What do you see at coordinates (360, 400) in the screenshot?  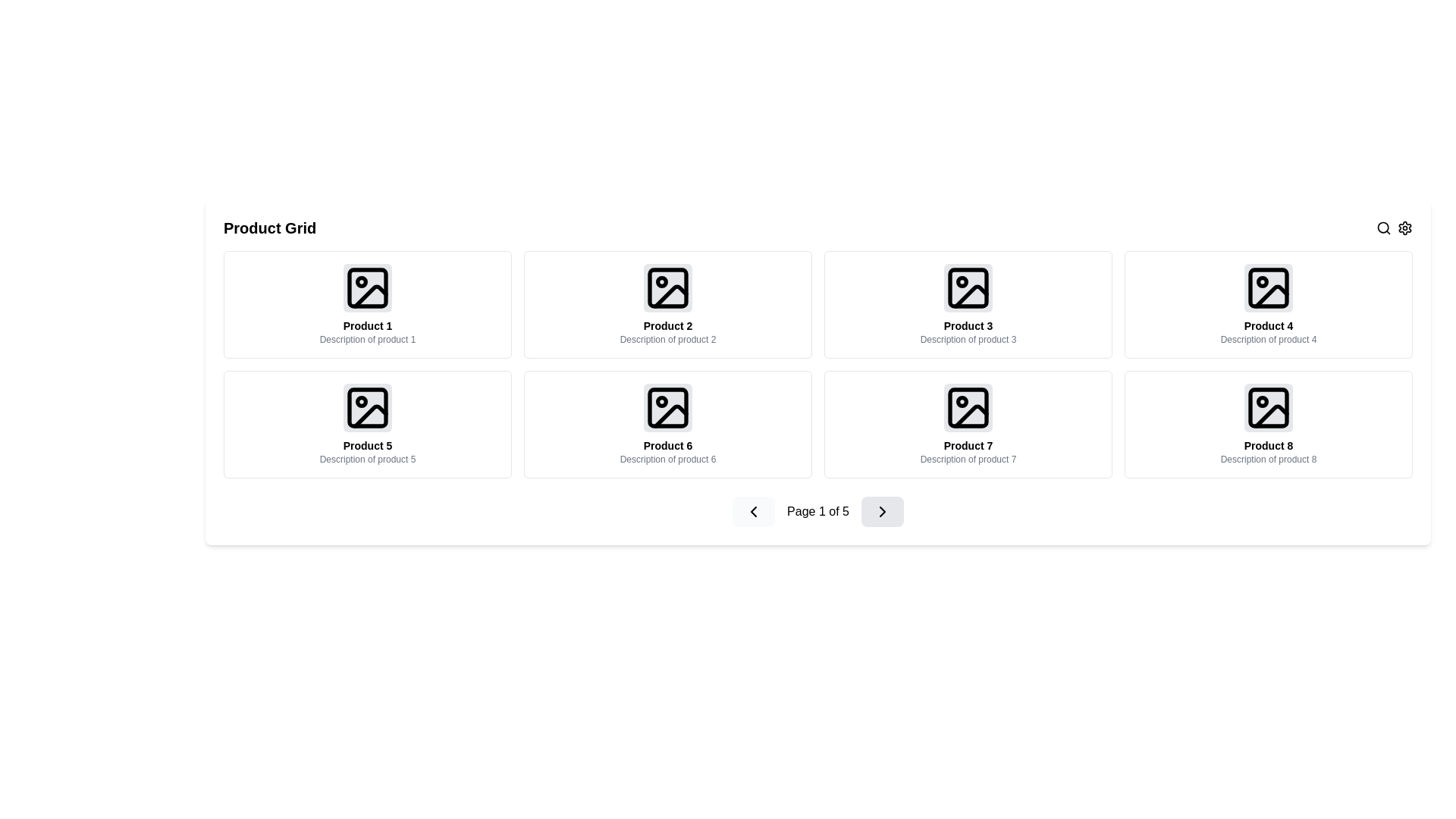 I see `the small circular graphical dot located near the center-left of the image icon in the product card labeled 'Product 5', which is in the second row and first column of the product grid` at bounding box center [360, 400].